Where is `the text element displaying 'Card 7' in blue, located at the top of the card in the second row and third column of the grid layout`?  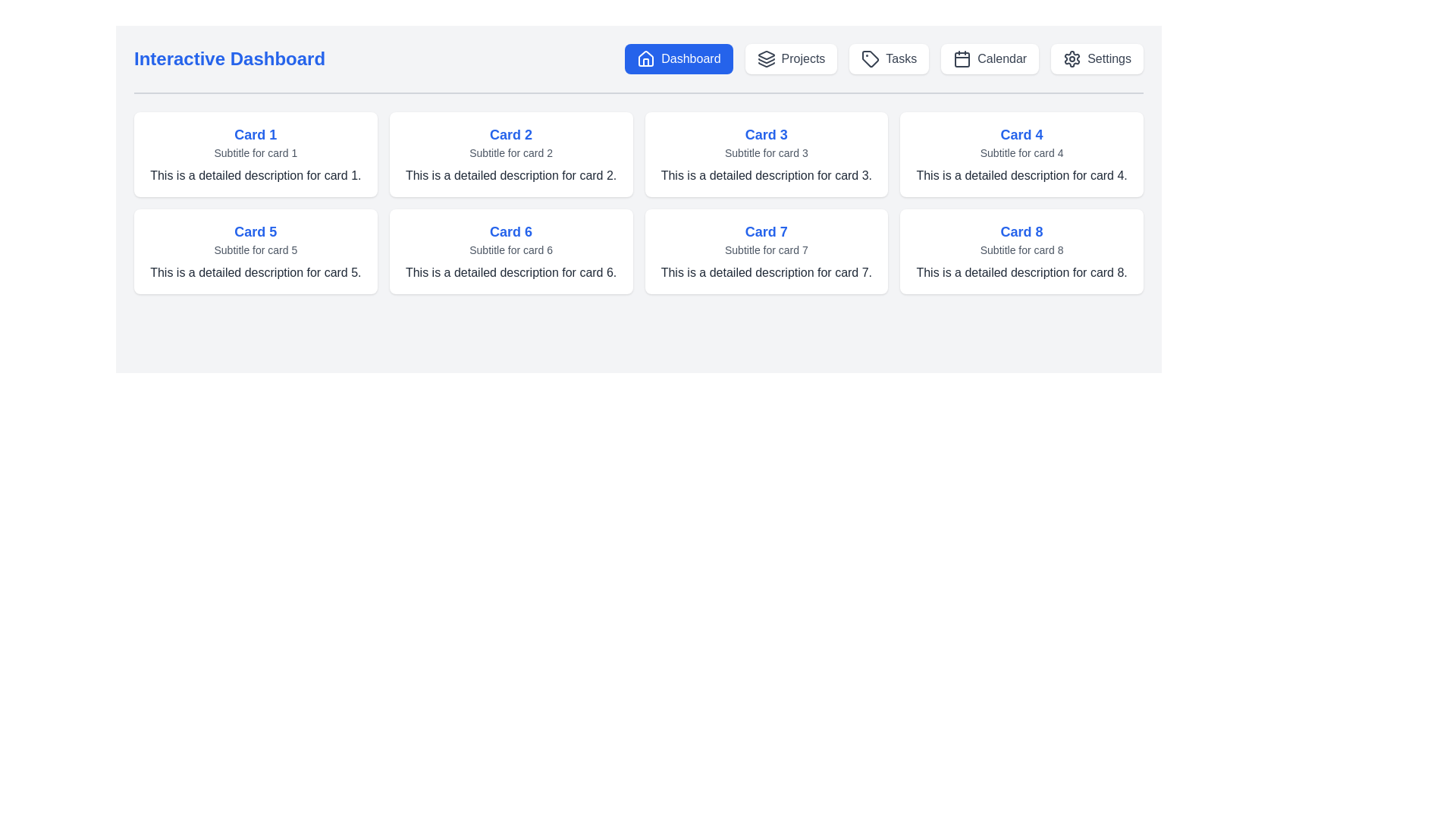 the text element displaying 'Card 7' in blue, located at the top of the card in the second row and third column of the grid layout is located at coordinates (766, 231).